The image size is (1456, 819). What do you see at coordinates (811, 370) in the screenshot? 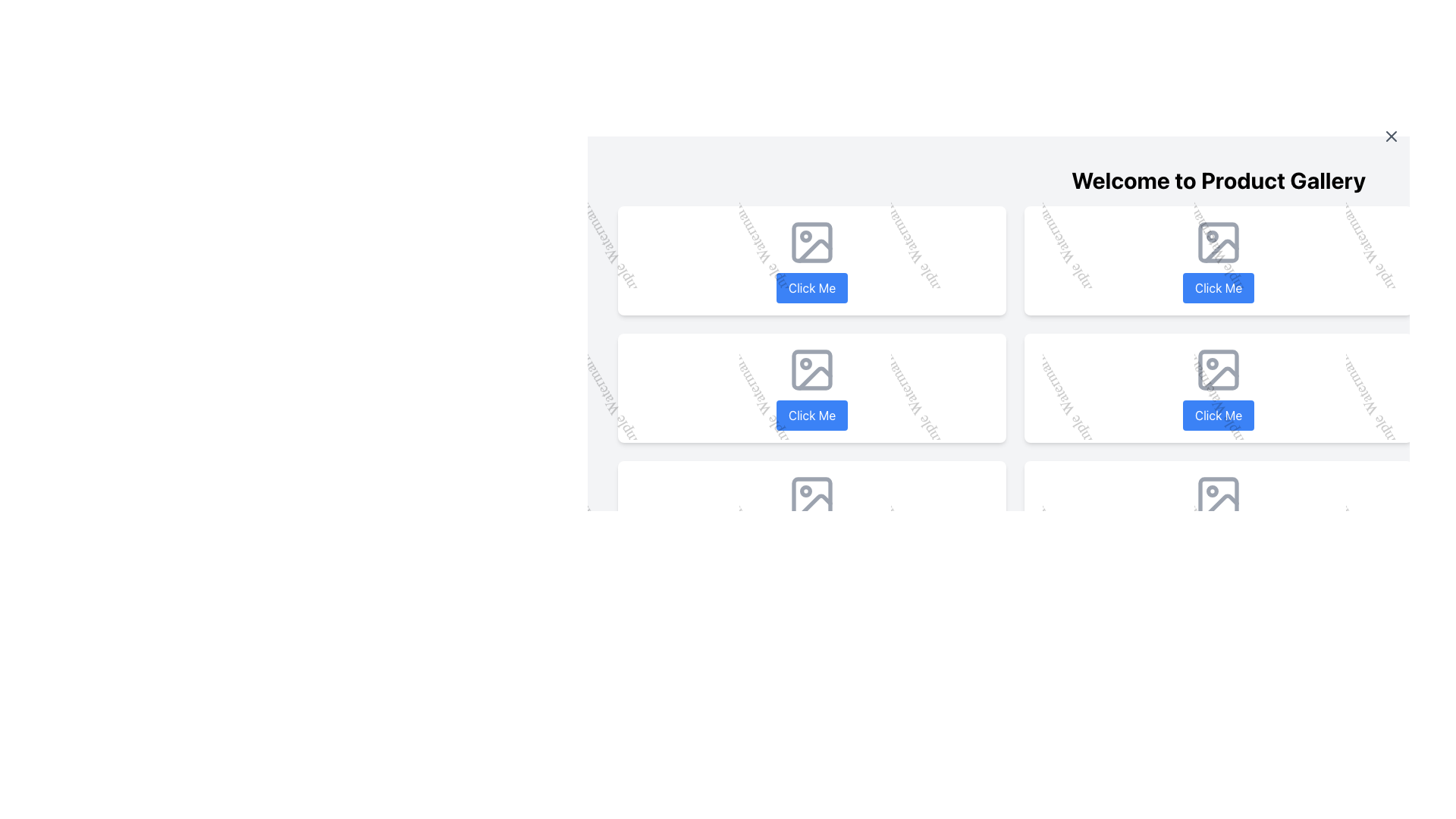
I see `the decorative shape within the SVG graphical element that serves as the background of the second icon in the second row of icons` at bounding box center [811, 370].